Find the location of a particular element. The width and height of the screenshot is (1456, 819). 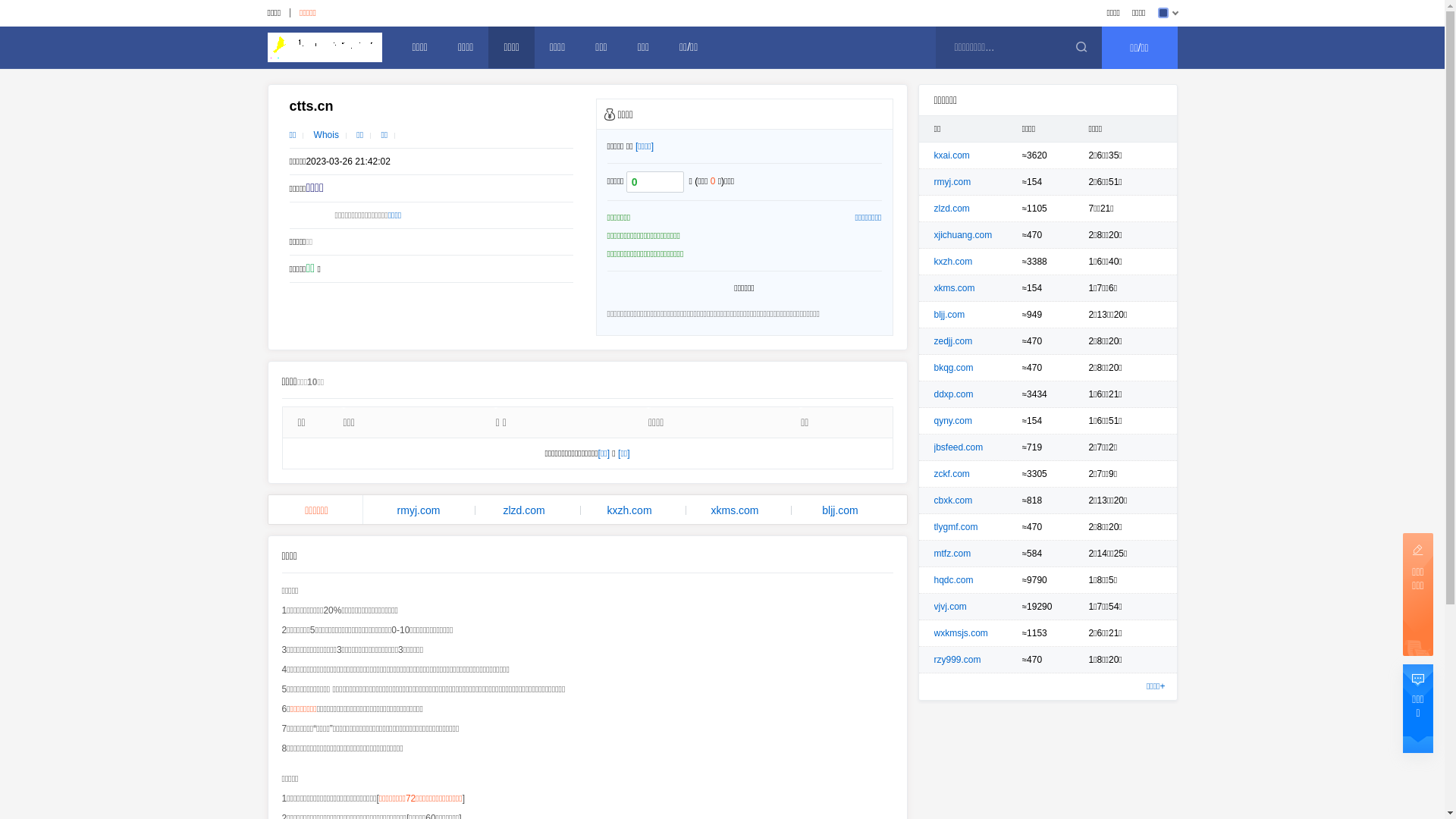

'mtfz.com' is located at coordinates (952, 553).